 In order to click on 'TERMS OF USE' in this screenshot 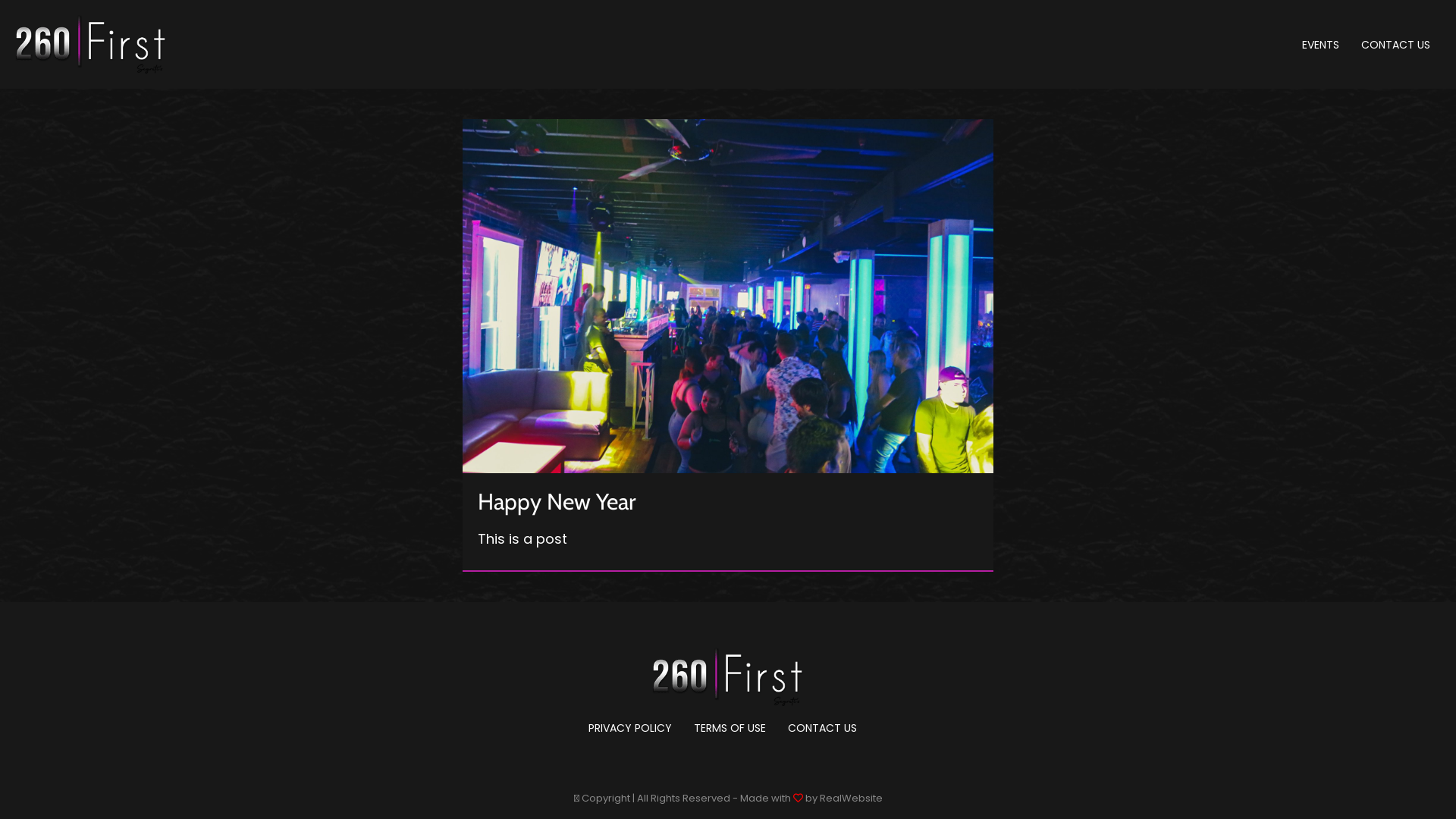, I will do `click(729, 727)`.